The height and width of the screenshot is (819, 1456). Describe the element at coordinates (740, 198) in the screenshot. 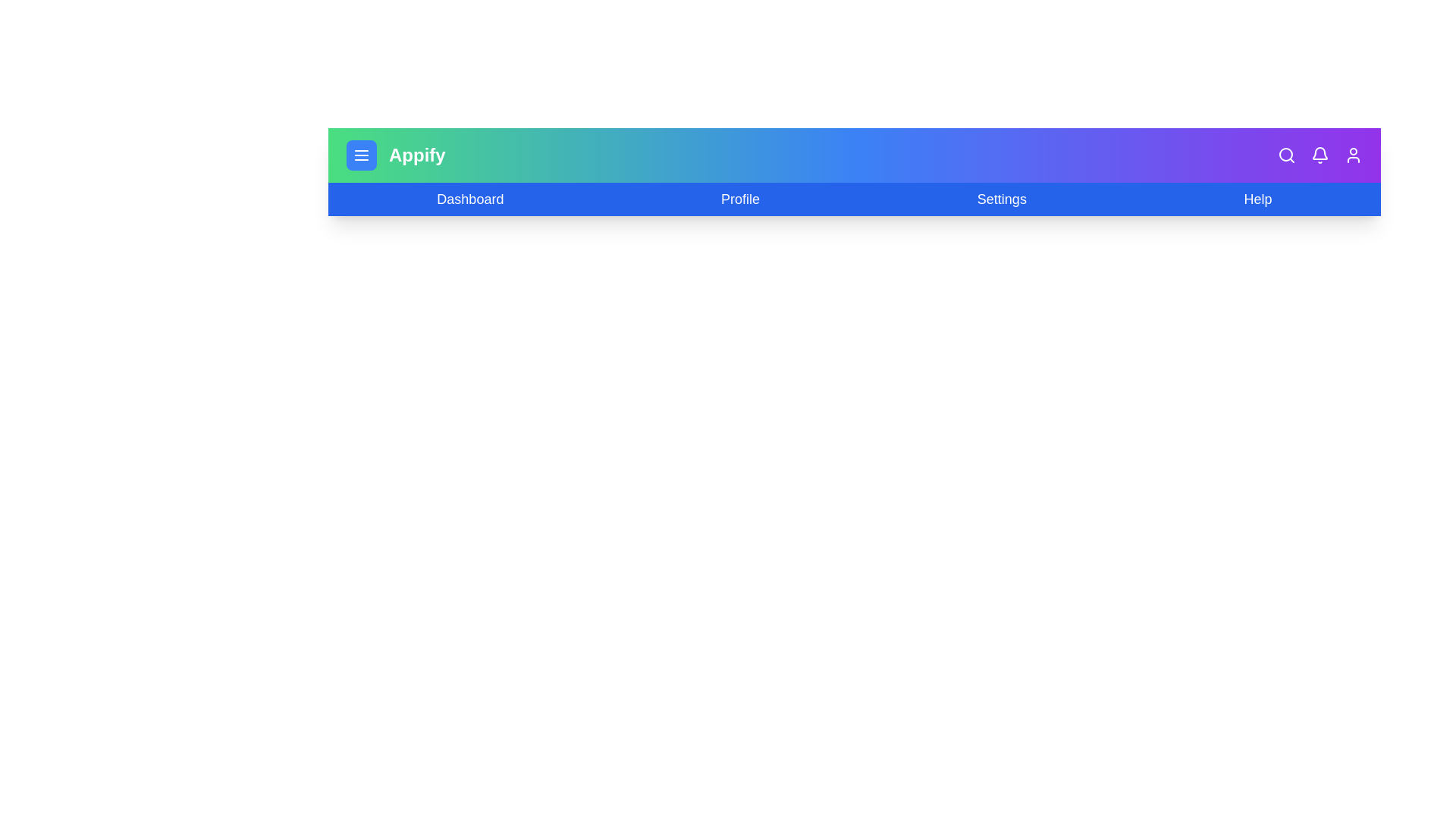

I see `the 'Profile' menu item` at that location.